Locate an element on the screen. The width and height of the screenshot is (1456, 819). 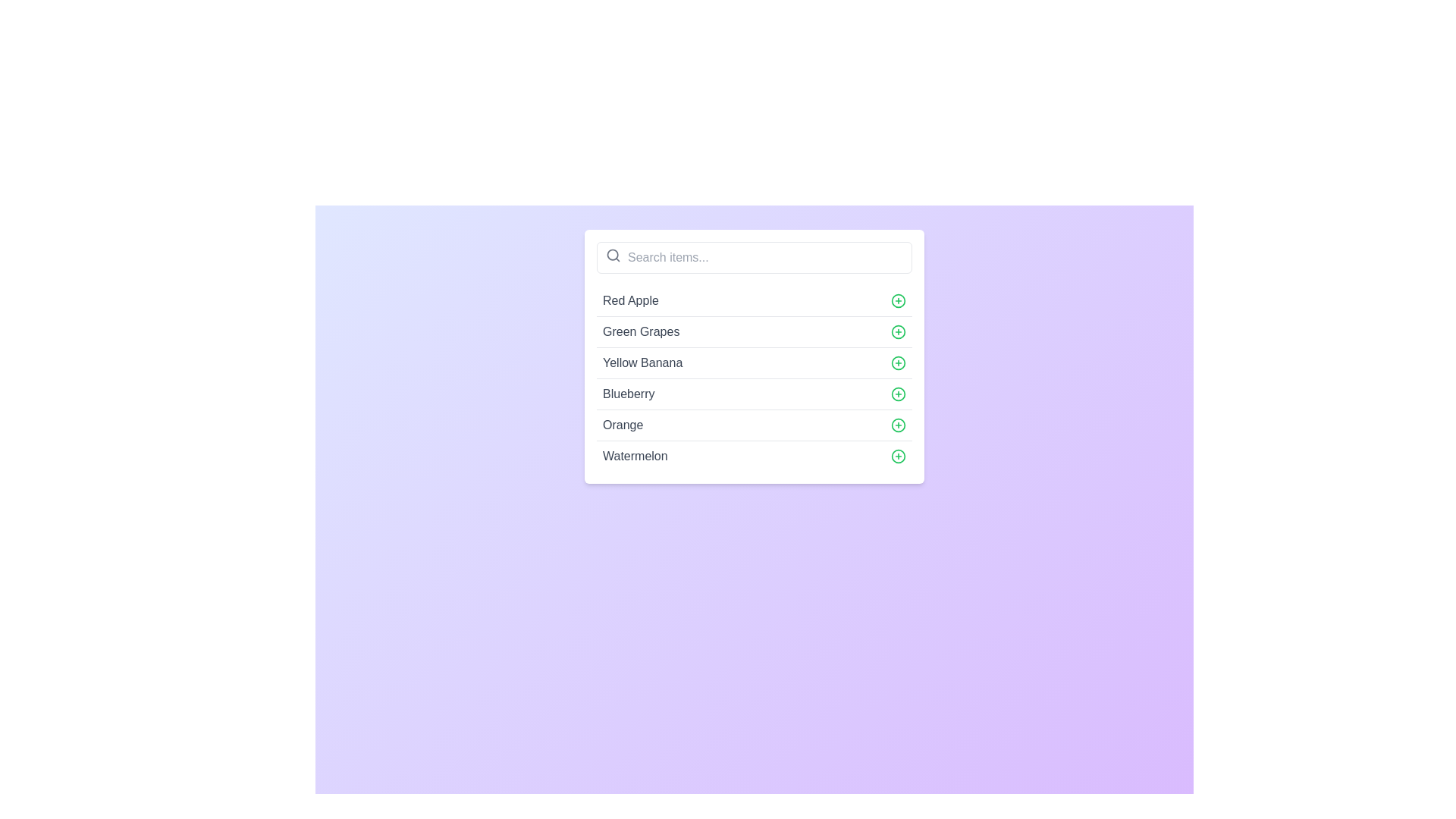
the list item representing 'Yellow Banana' located in the third row of a vertical list is located at coordinates (754, 356).